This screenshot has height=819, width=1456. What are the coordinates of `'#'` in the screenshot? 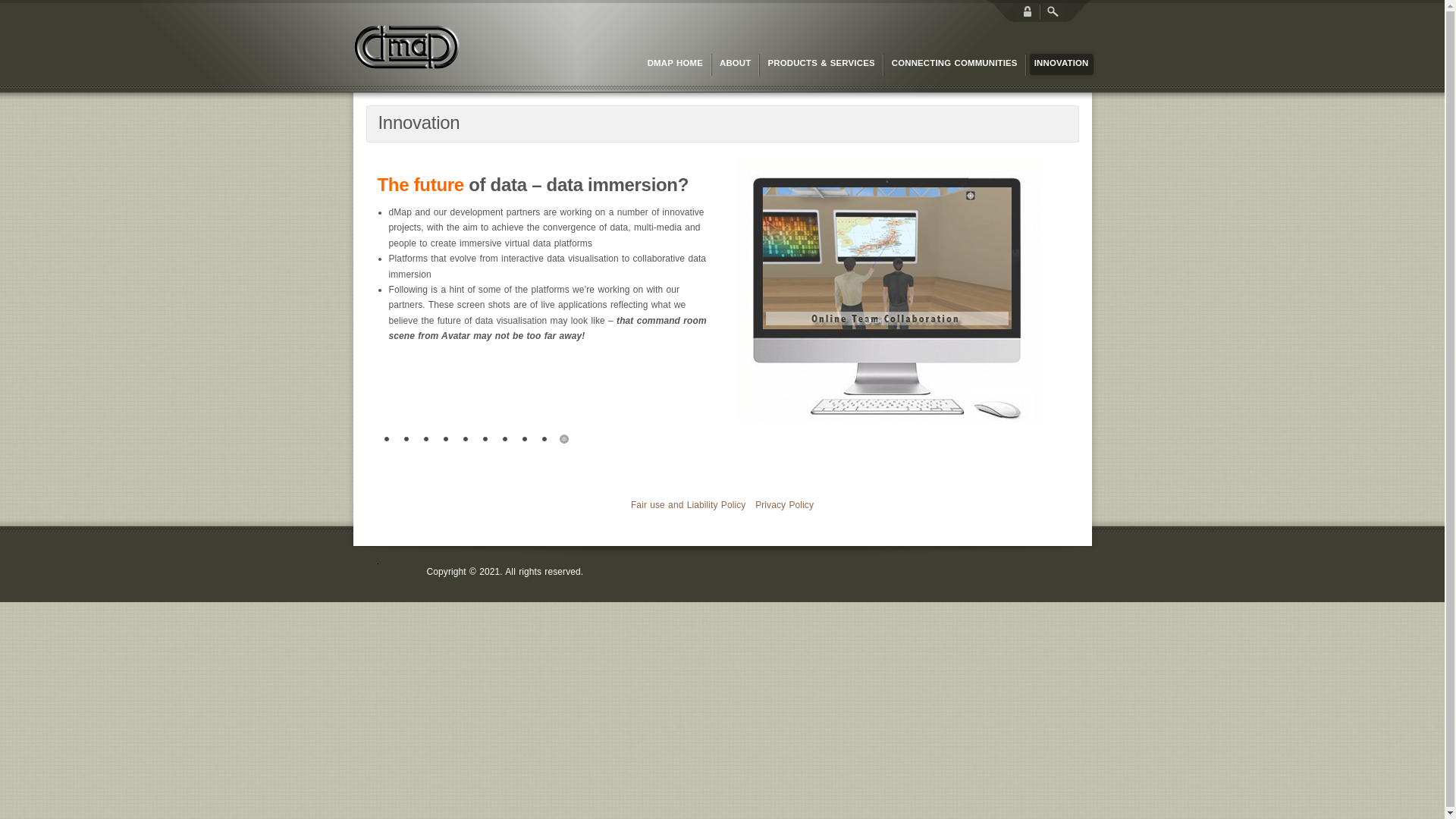 It's located at (563, 439).